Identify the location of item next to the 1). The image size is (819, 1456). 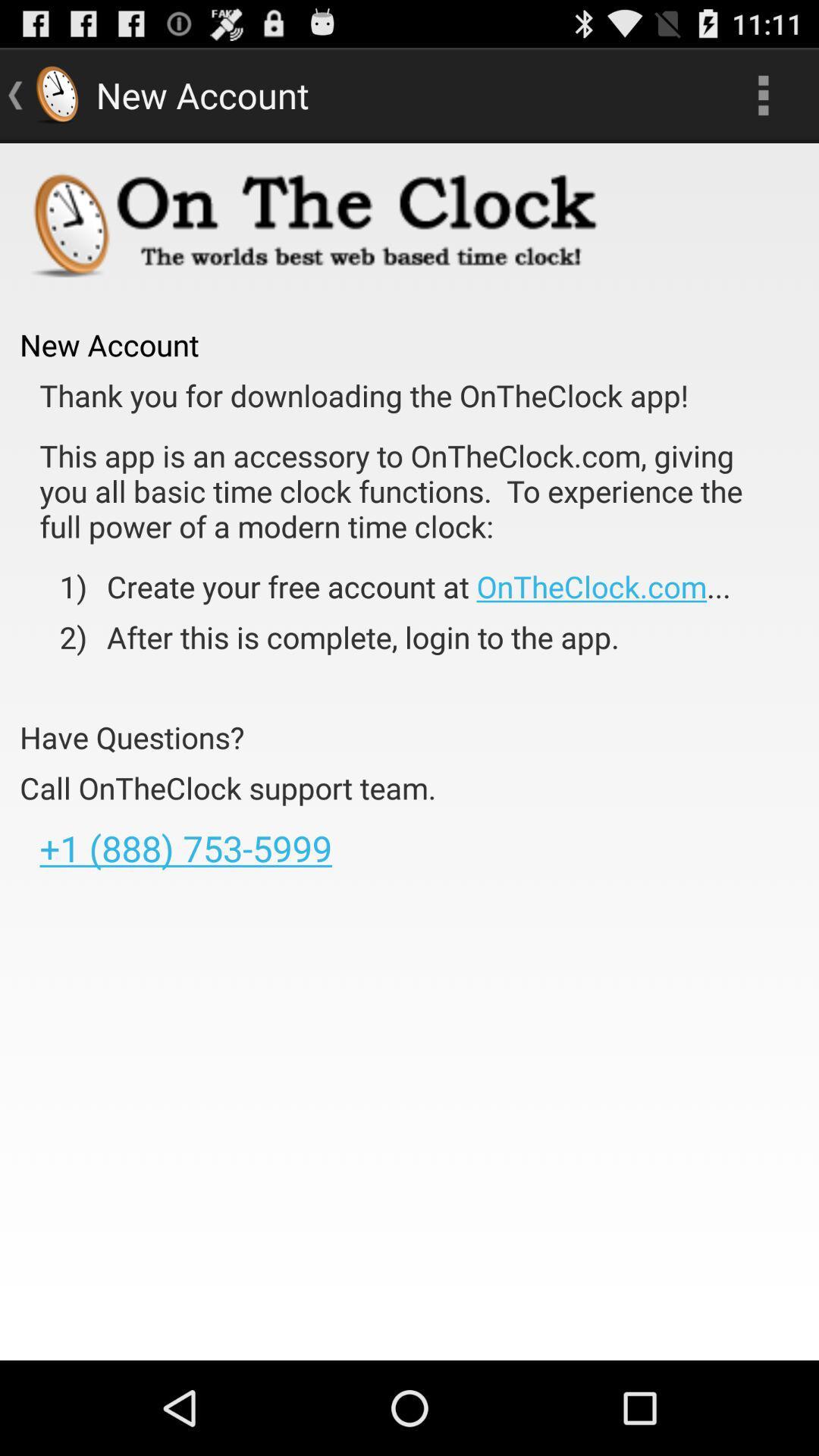
(408, 585).